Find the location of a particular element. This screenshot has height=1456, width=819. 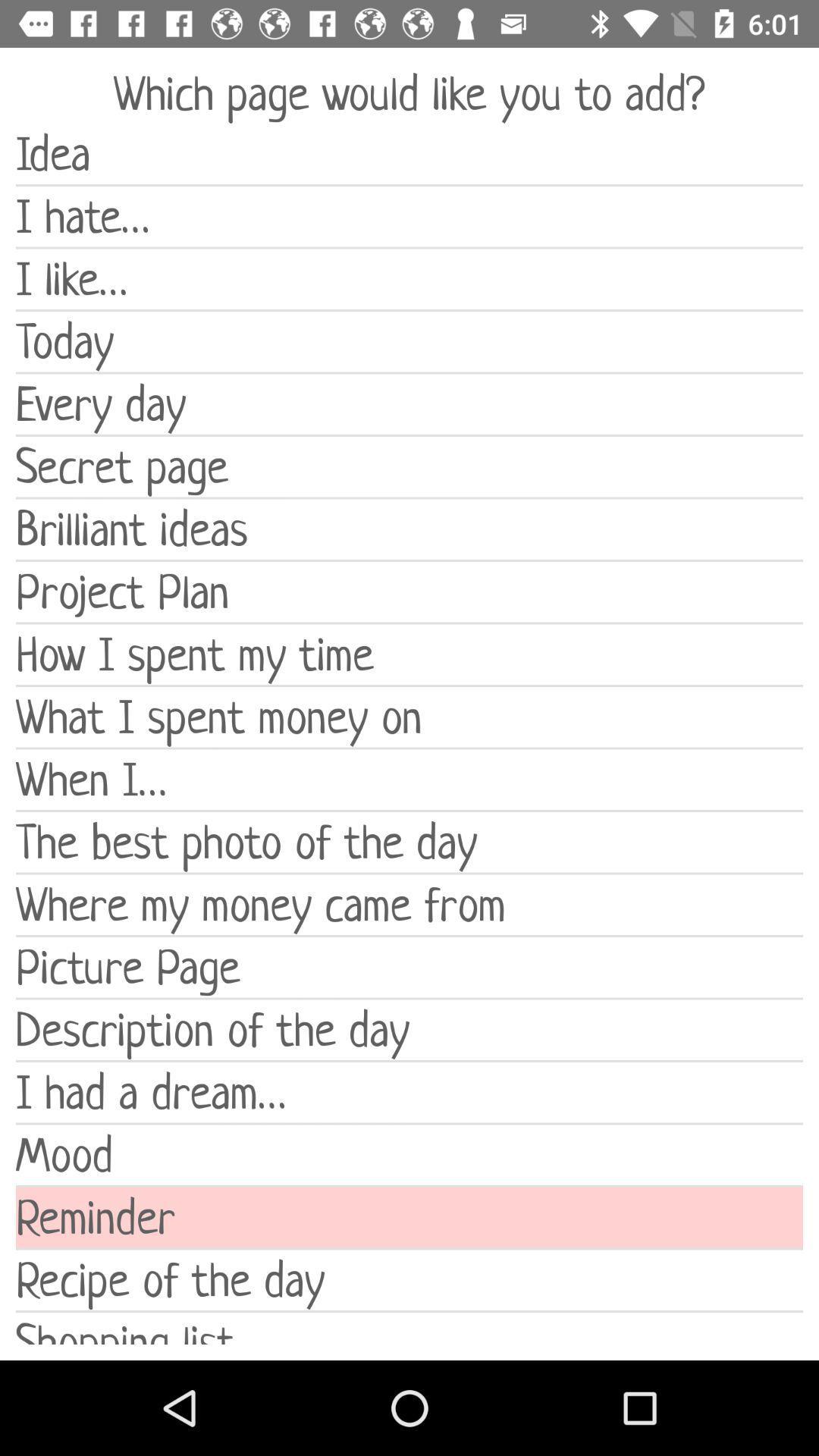

item below the which page would item is located at coordinates (409, 154).